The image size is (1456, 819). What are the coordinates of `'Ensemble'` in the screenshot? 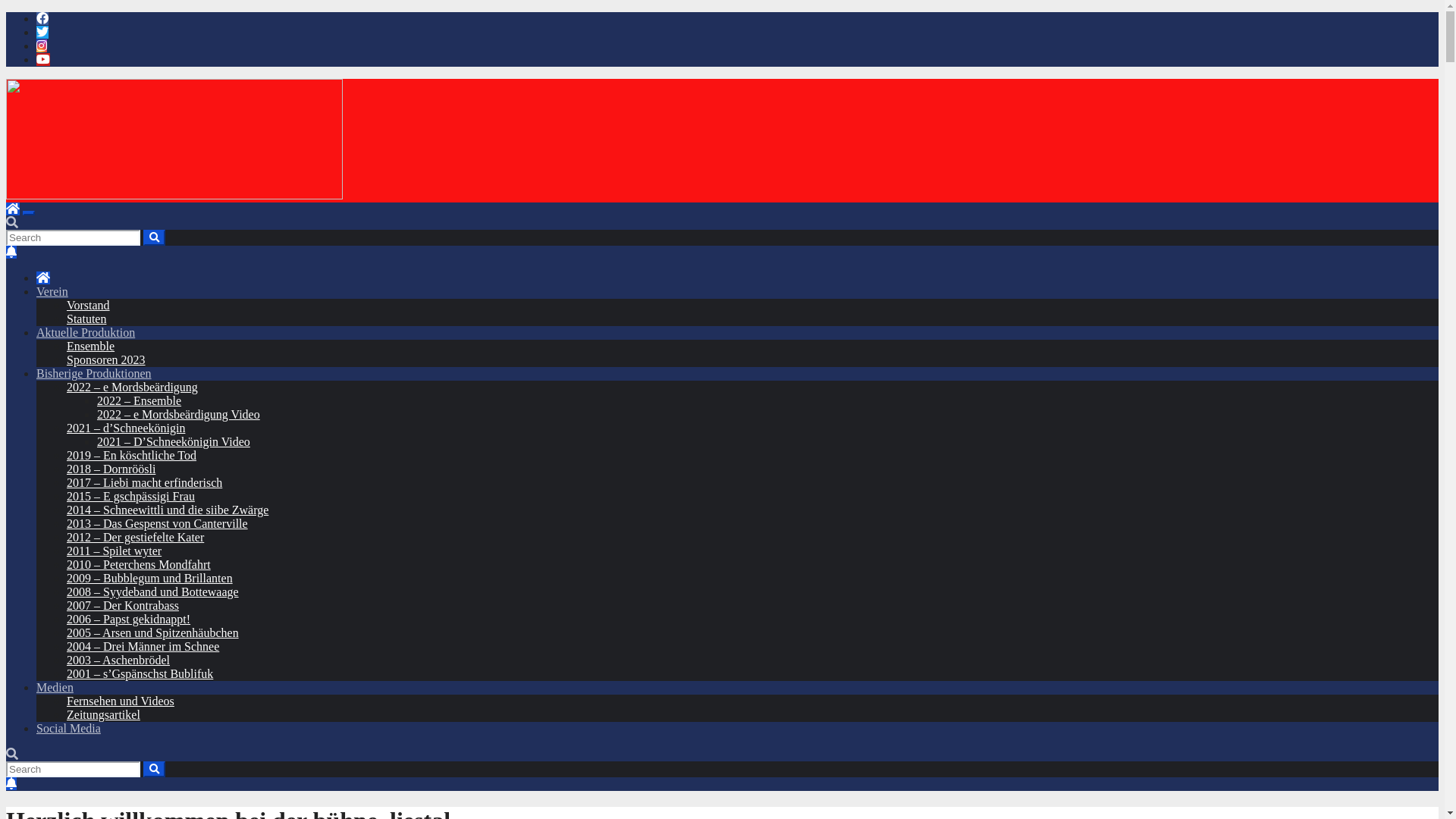 It's located at (89, 346).